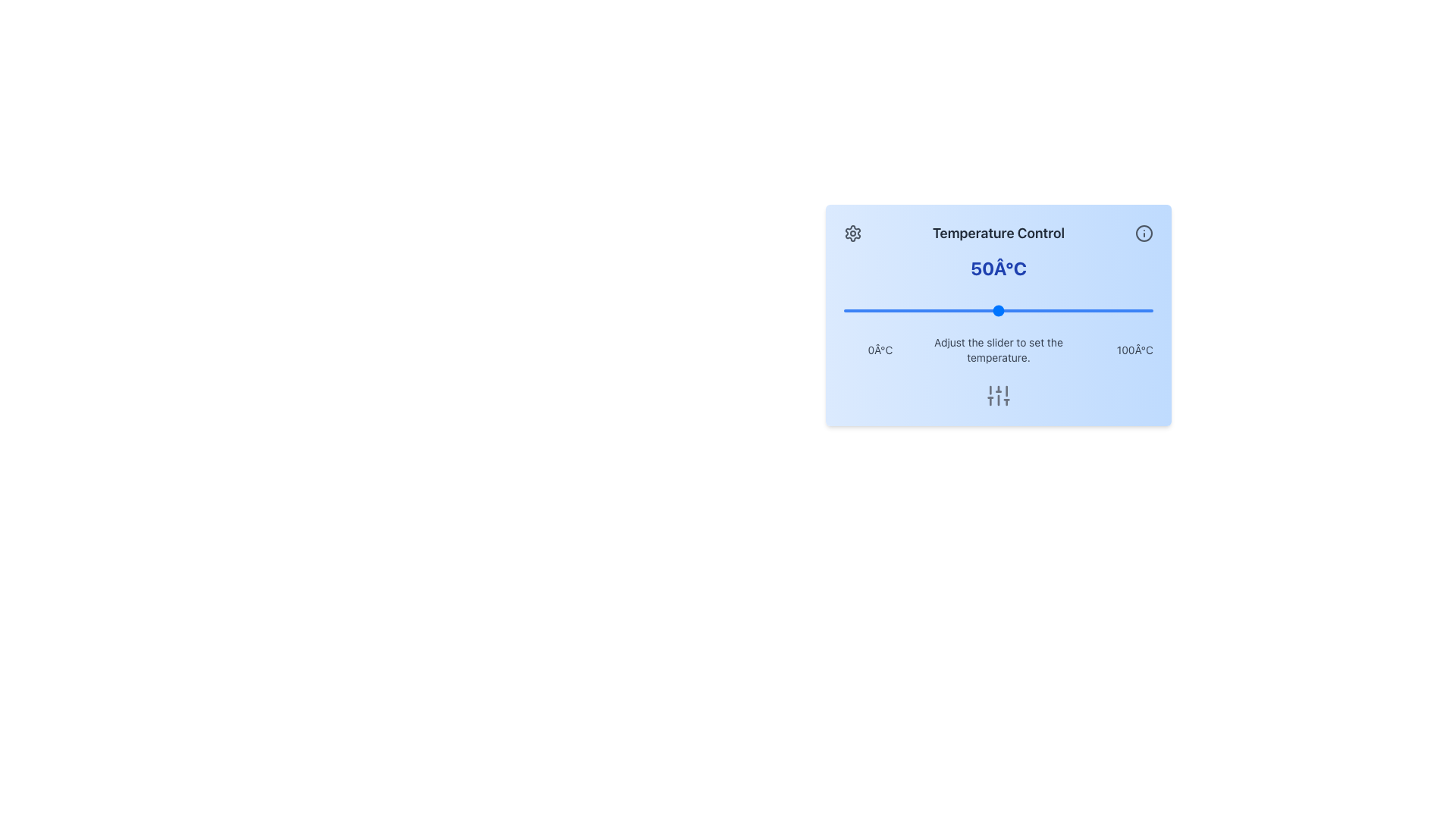  Describe the element at coordinates (998, 234) in the screenshot. I see `'Temperature Control' text label, which is styled in bold, large dark gray font and is centrally positioned in a light blue card-like interface` at that location.